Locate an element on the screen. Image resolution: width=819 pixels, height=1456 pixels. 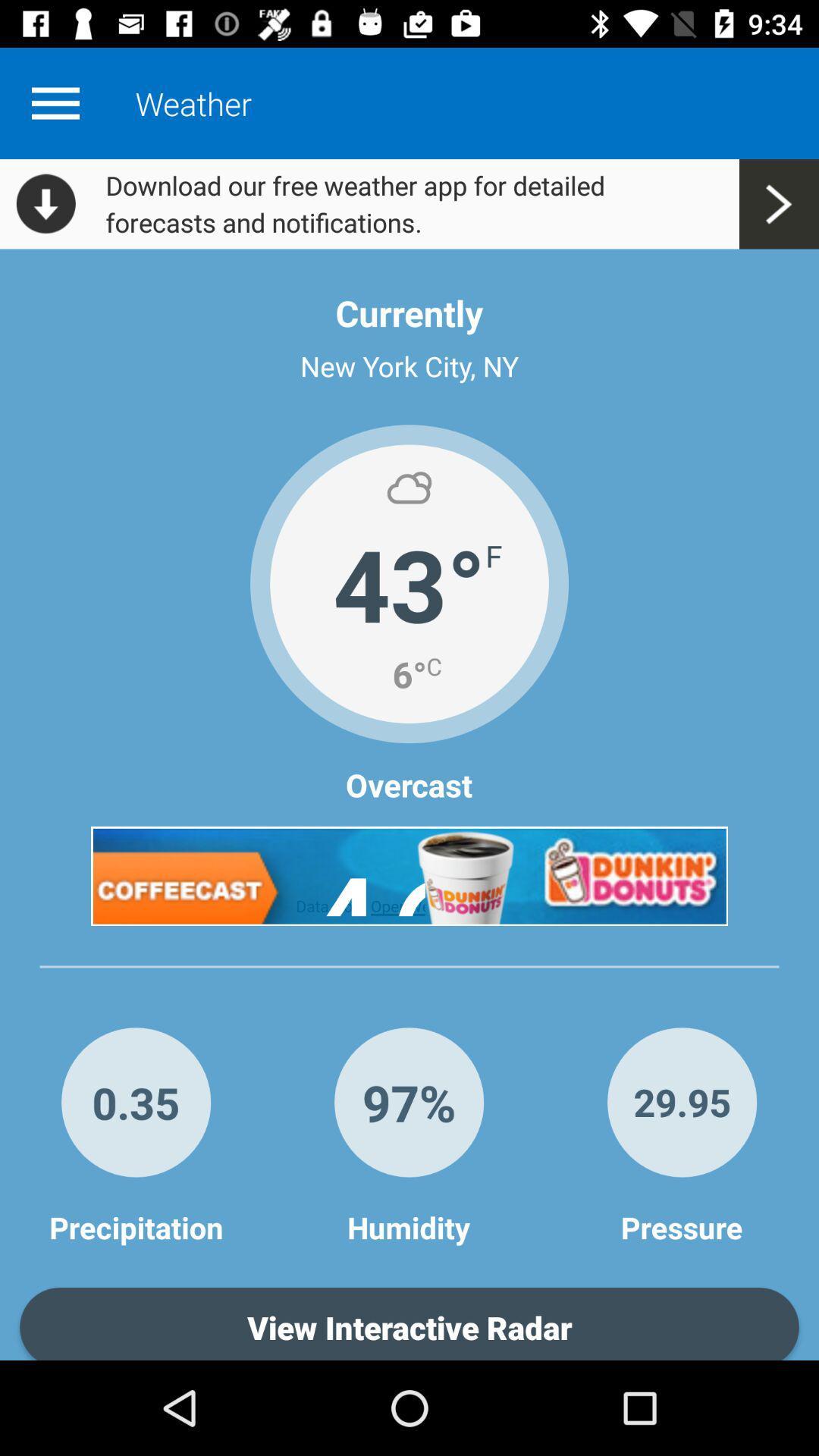
advertisement is located at coordinates (409, 876).